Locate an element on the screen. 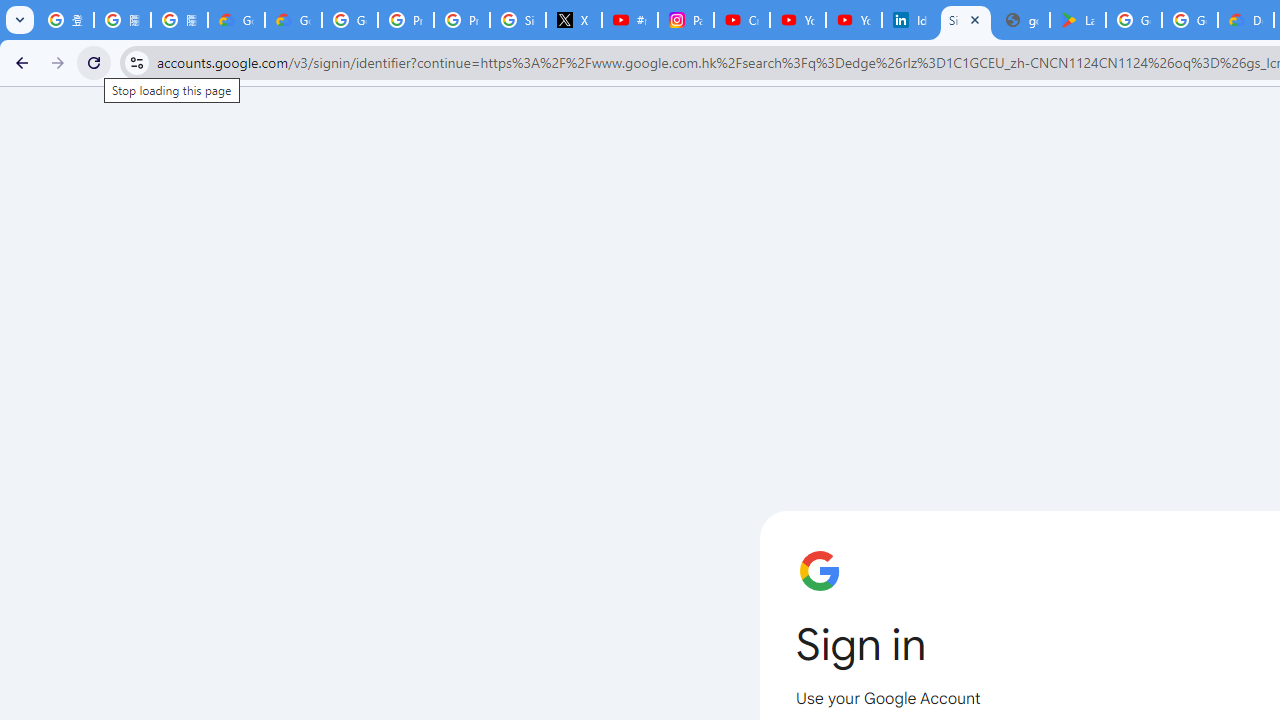  'X' is located at coordinates (573, 20).